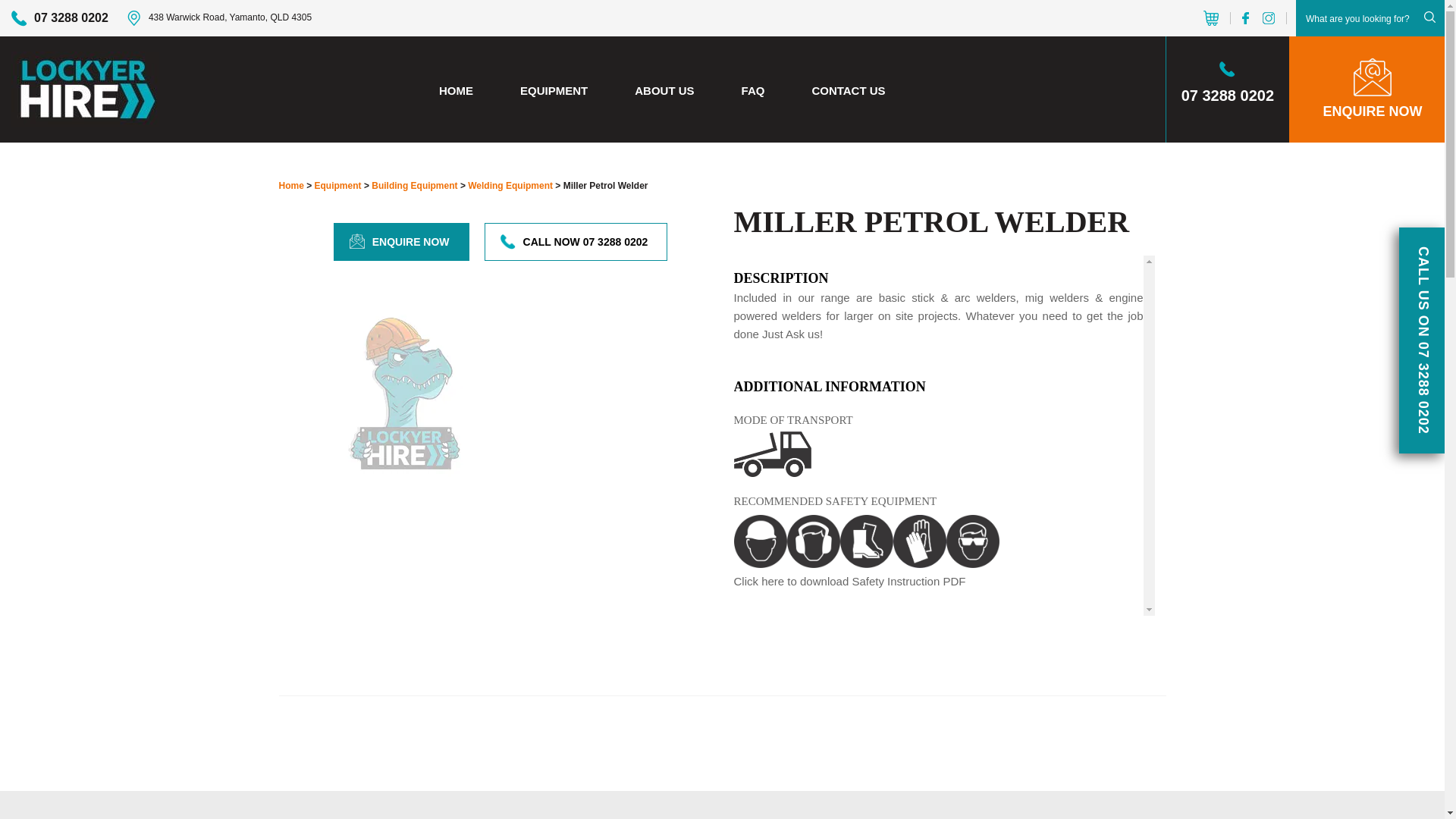 This screenshot has width=1456, height=819. I want to click on 'HOME', so click(455, 90).